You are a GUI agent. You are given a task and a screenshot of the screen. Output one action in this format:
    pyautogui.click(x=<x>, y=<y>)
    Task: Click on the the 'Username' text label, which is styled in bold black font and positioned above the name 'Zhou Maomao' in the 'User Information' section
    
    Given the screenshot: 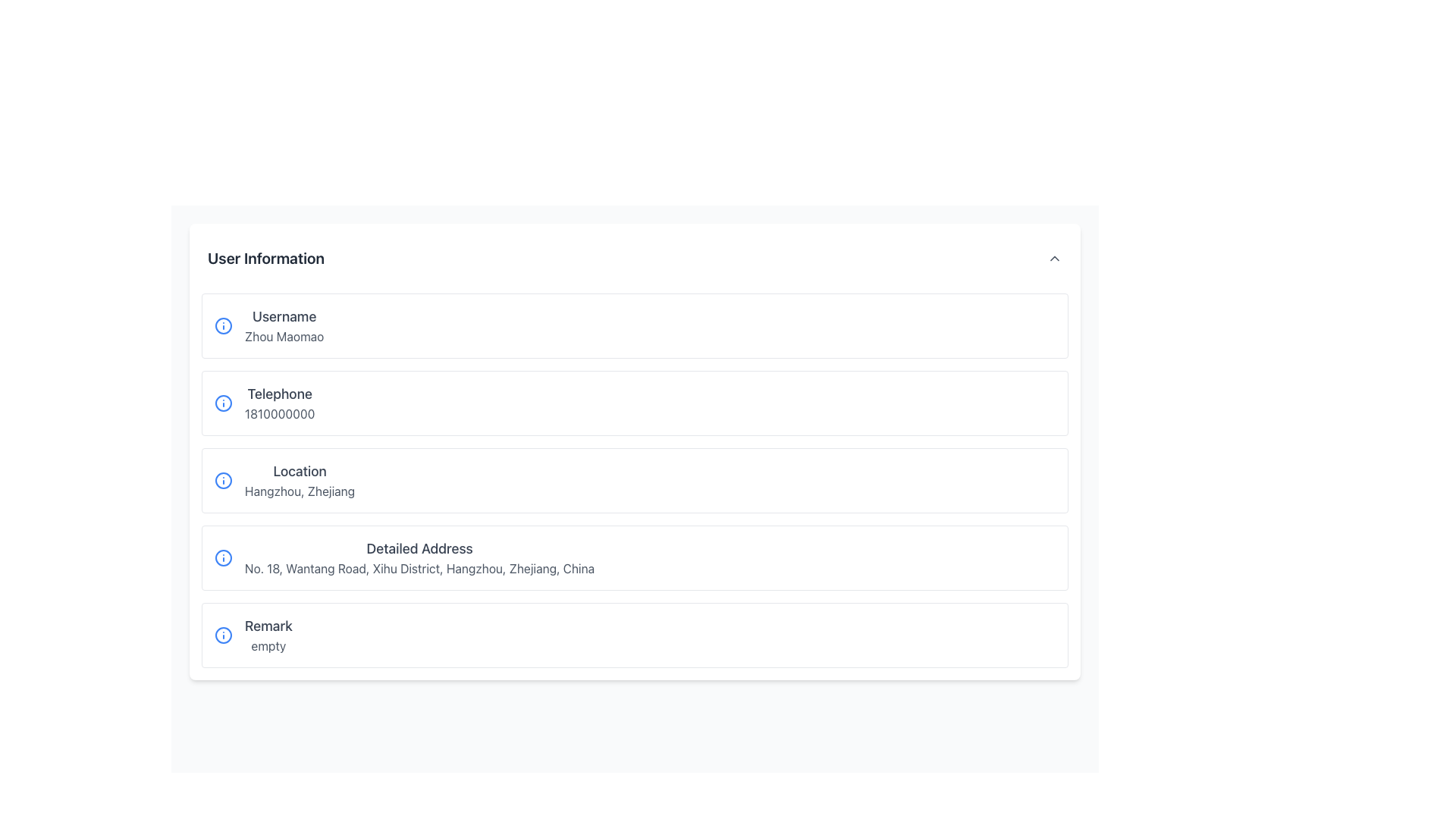 What is the action you would take?
    pyautogui.click(x=284, y=315)
    